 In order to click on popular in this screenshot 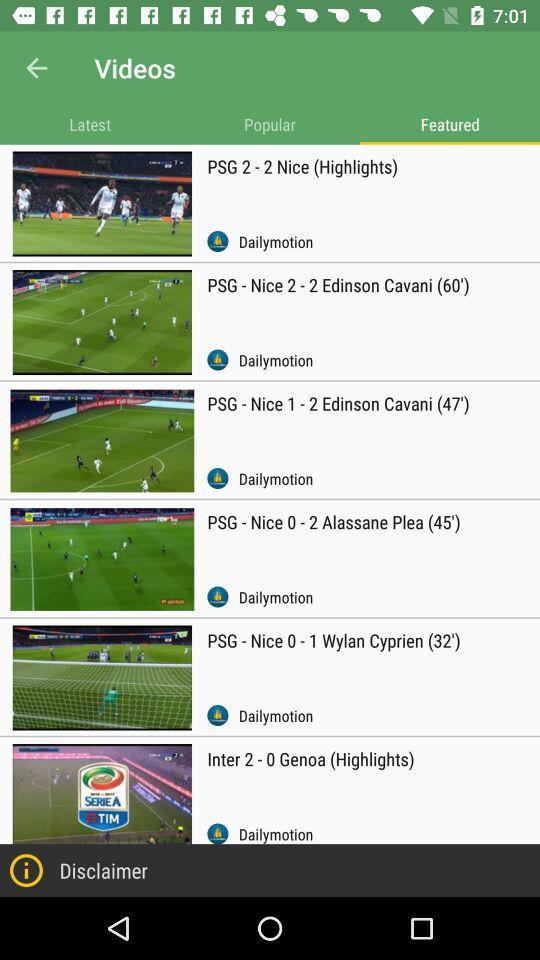, I will do `click(270, 123)`.